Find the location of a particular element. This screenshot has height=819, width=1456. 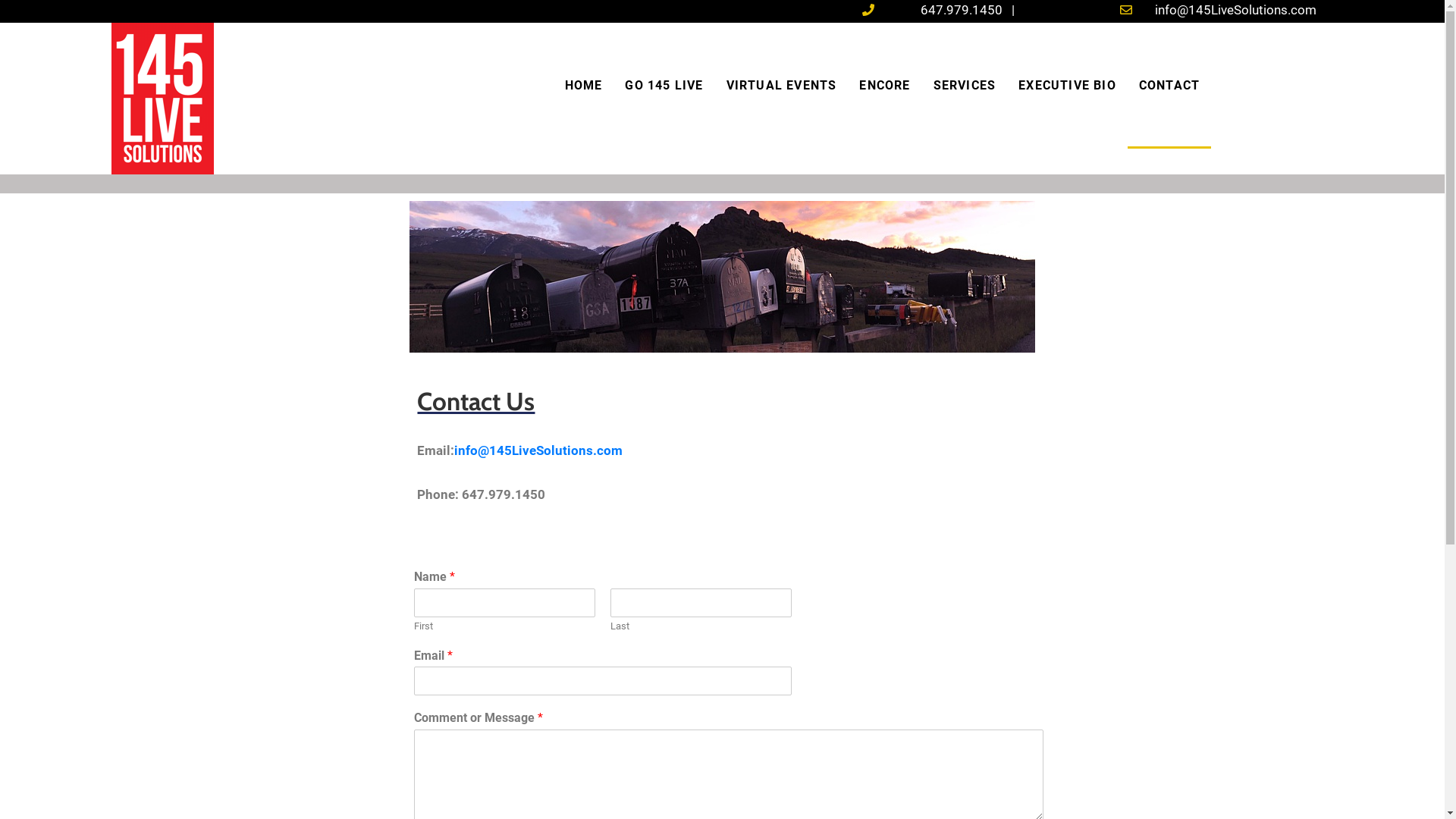

'EXECUTIVE BIO' is located at coordinates (1066, 85).